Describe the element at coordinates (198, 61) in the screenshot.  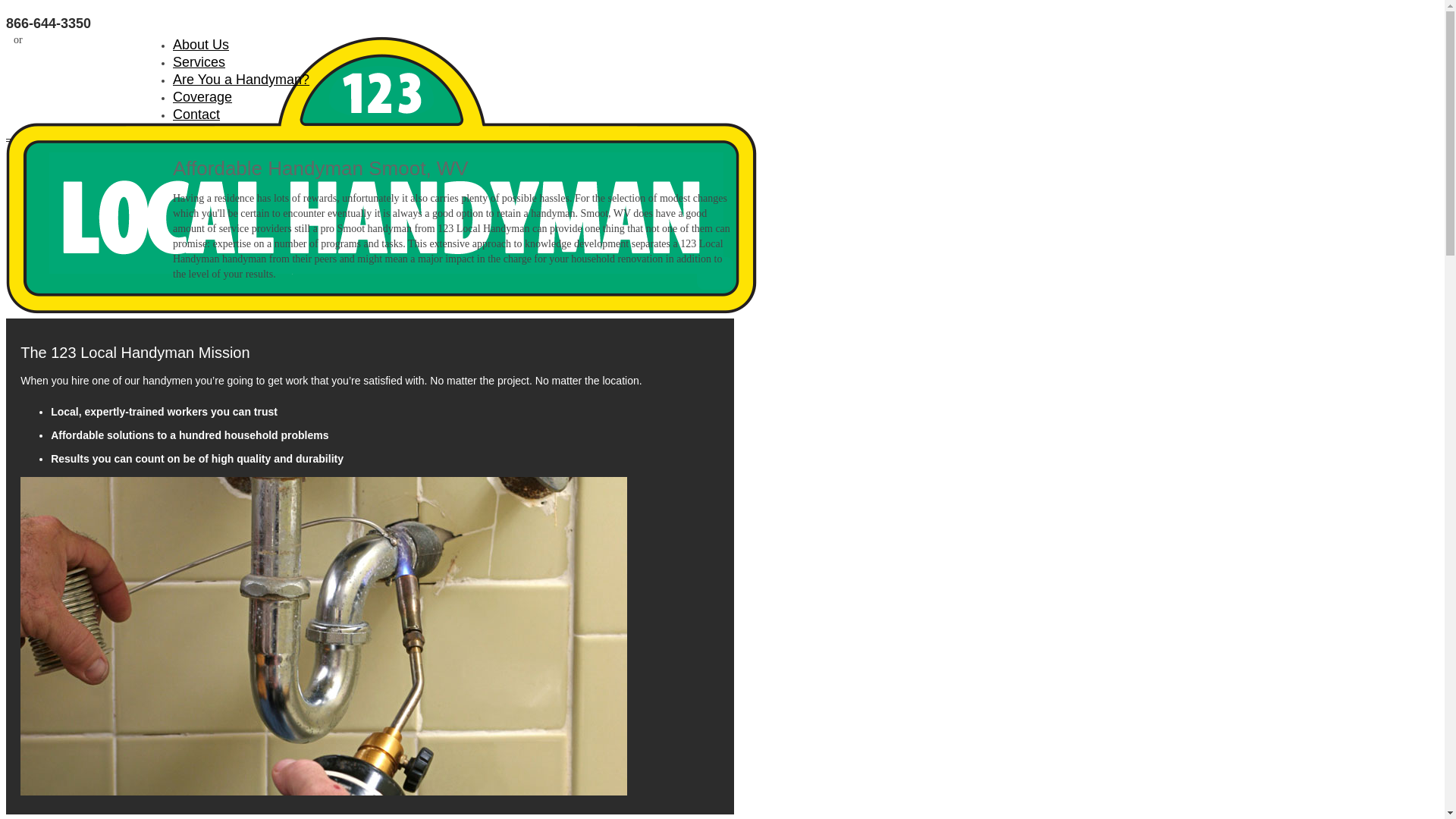
I see `'Services'` at that location.